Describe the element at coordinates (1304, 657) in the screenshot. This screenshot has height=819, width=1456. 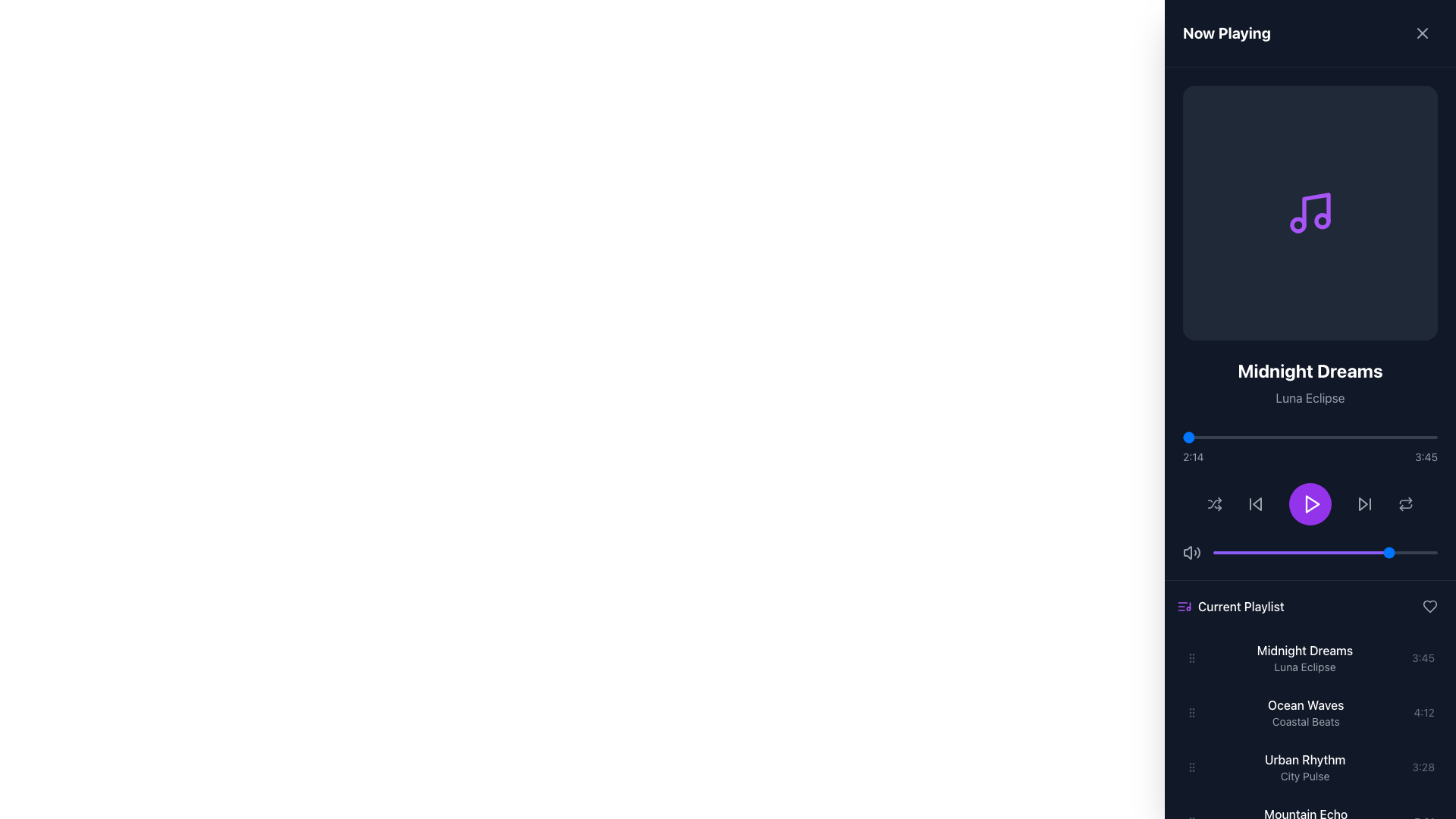
I see `the Text Display element that provides the title and subtitle of the first song in the 'Current Playlist', positioned above 'Ocean Waves'` at that location.